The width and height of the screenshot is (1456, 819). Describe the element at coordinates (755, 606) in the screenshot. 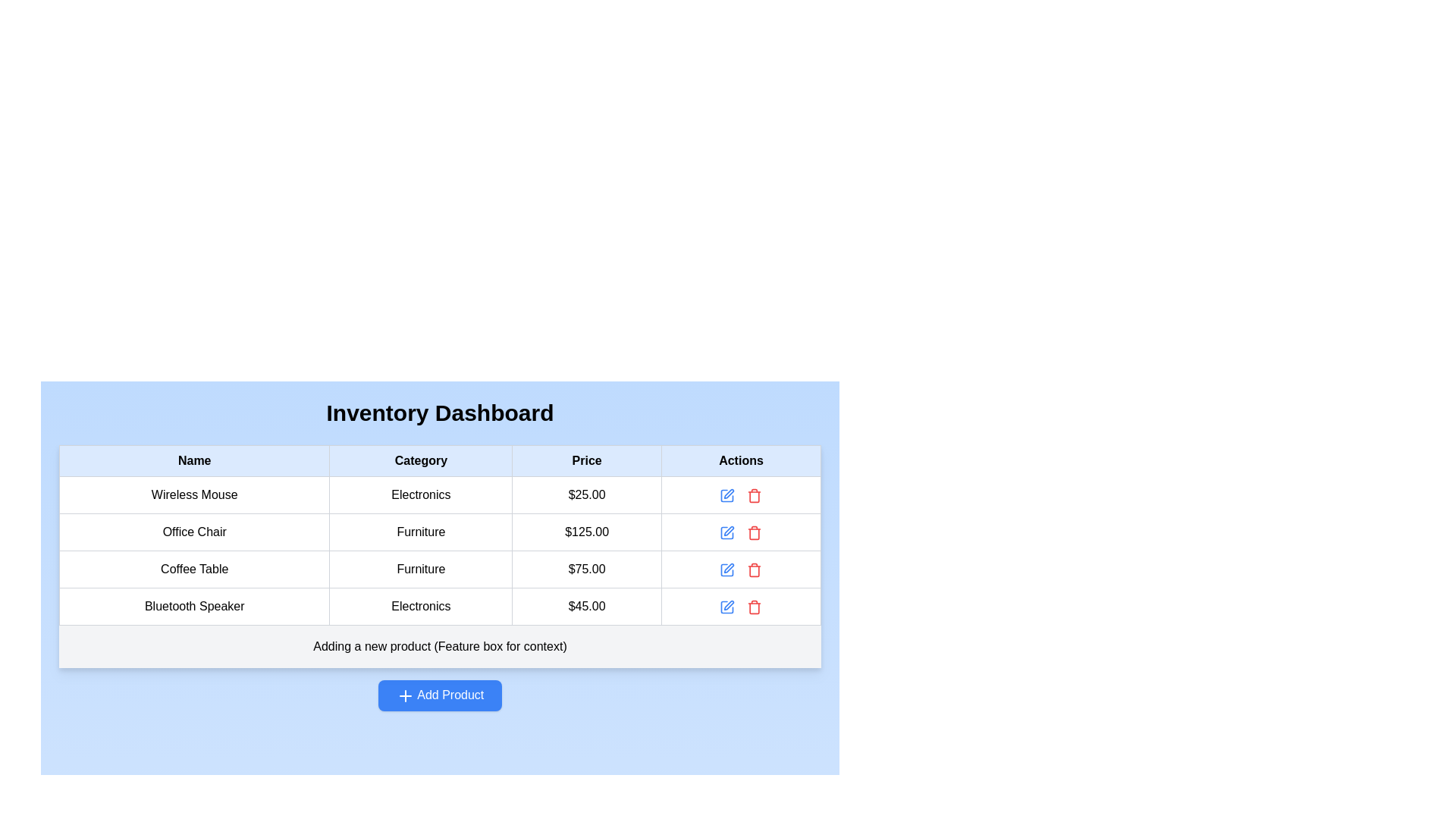

I see `the red-colored trash icon in the 'Actions' column of the last row in the inventory dashboard` at that location.